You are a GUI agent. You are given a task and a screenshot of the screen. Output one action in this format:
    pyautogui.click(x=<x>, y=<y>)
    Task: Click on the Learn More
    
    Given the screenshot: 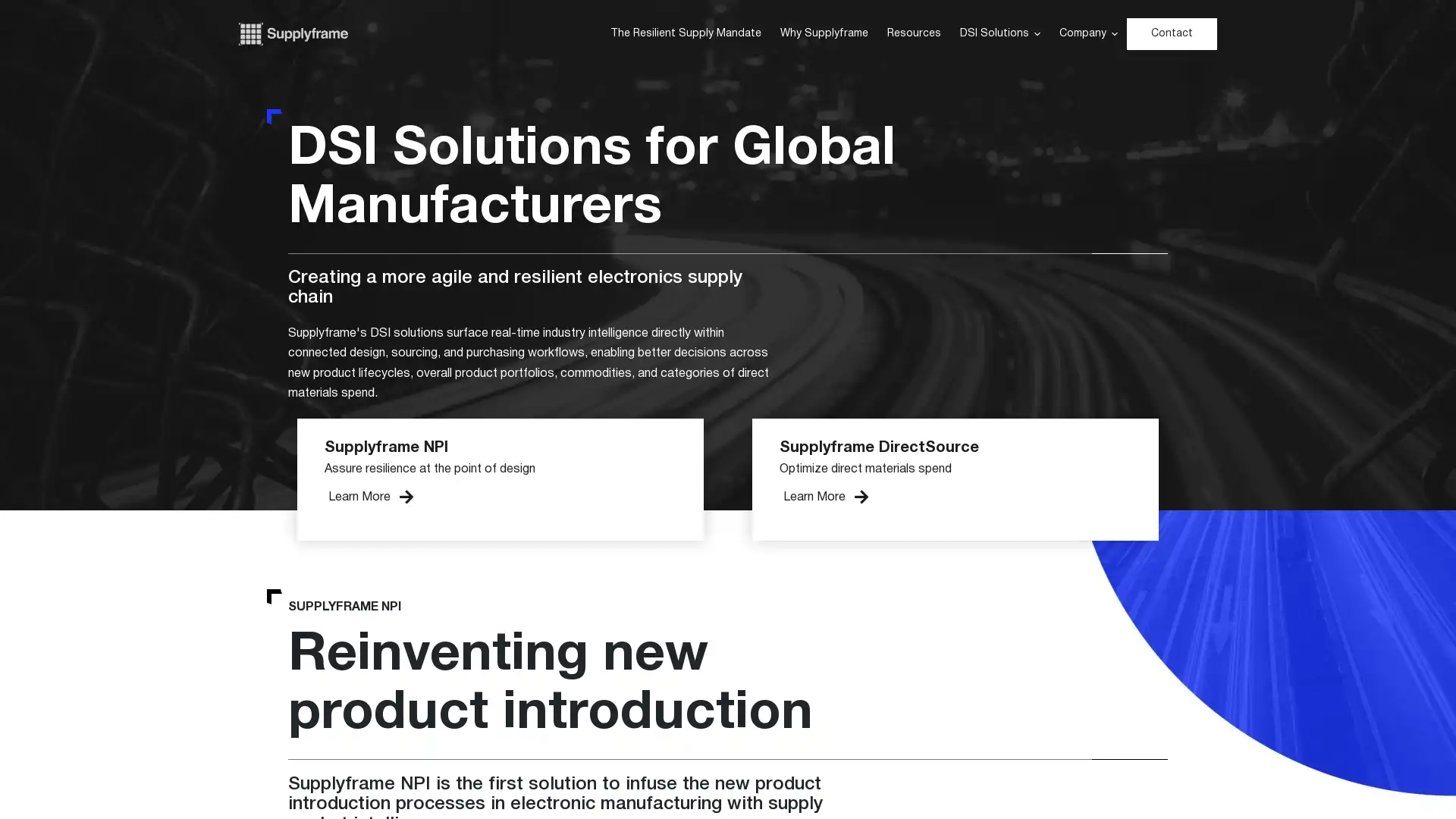 What is the action you would take?
    pyautogui.click(x=371, y=497)
    